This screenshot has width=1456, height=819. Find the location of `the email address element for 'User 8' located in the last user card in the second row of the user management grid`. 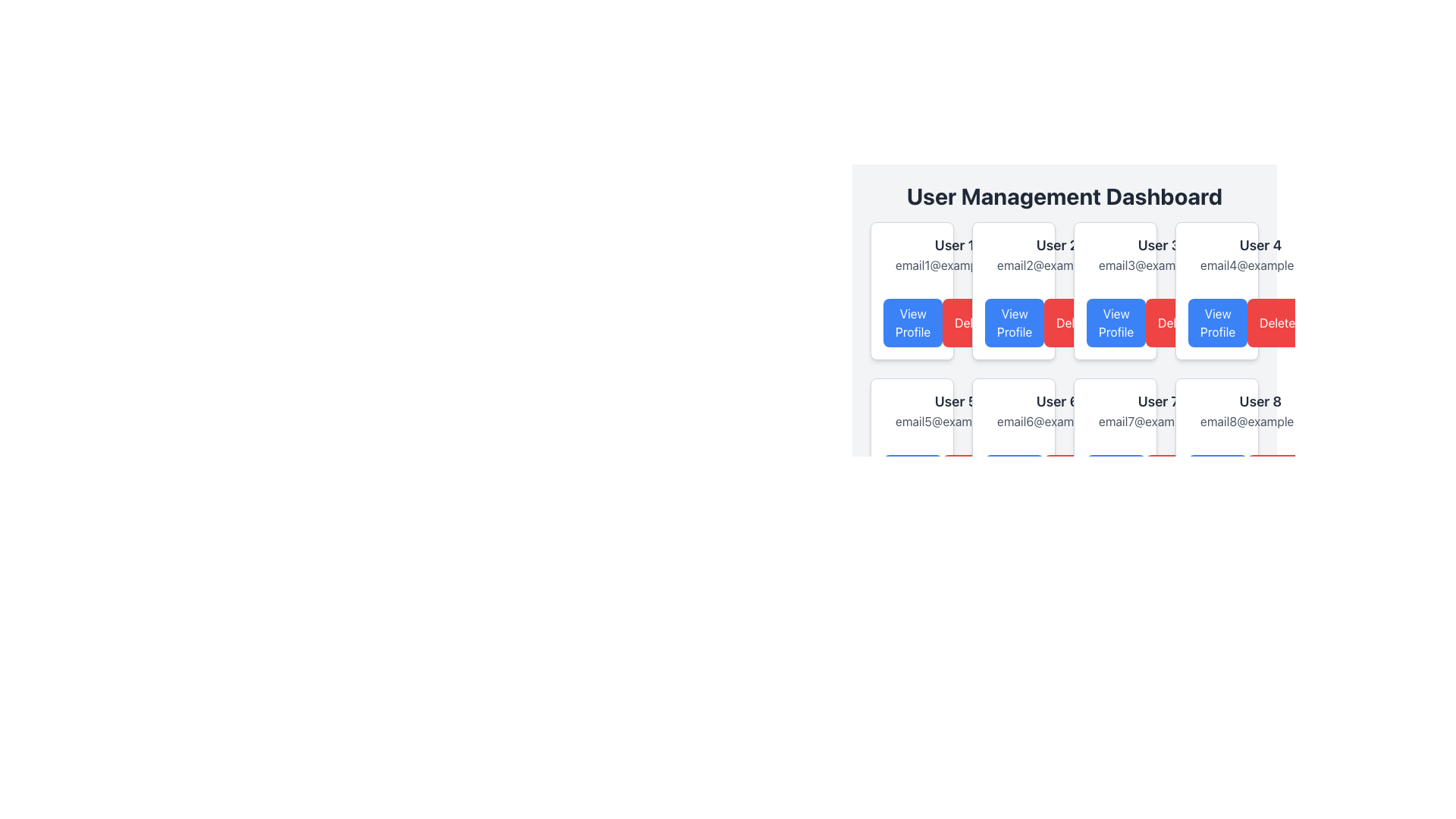

the email address element for 'User 8' located in the last user card in the second row of the user management grid is located at coordinates (1216, 411).